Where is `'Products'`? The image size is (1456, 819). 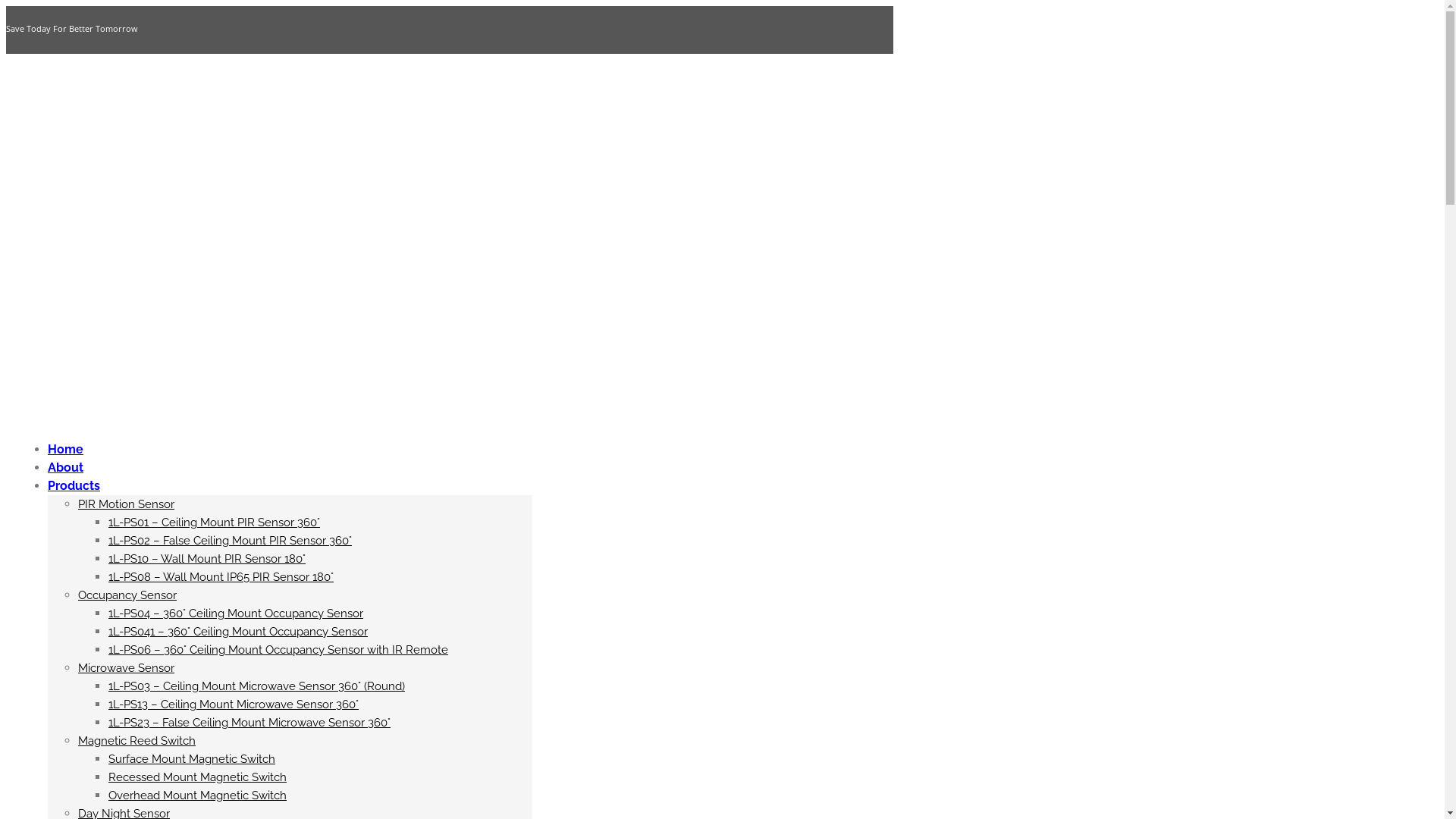 'Products' is located at coordinates (73, 485).